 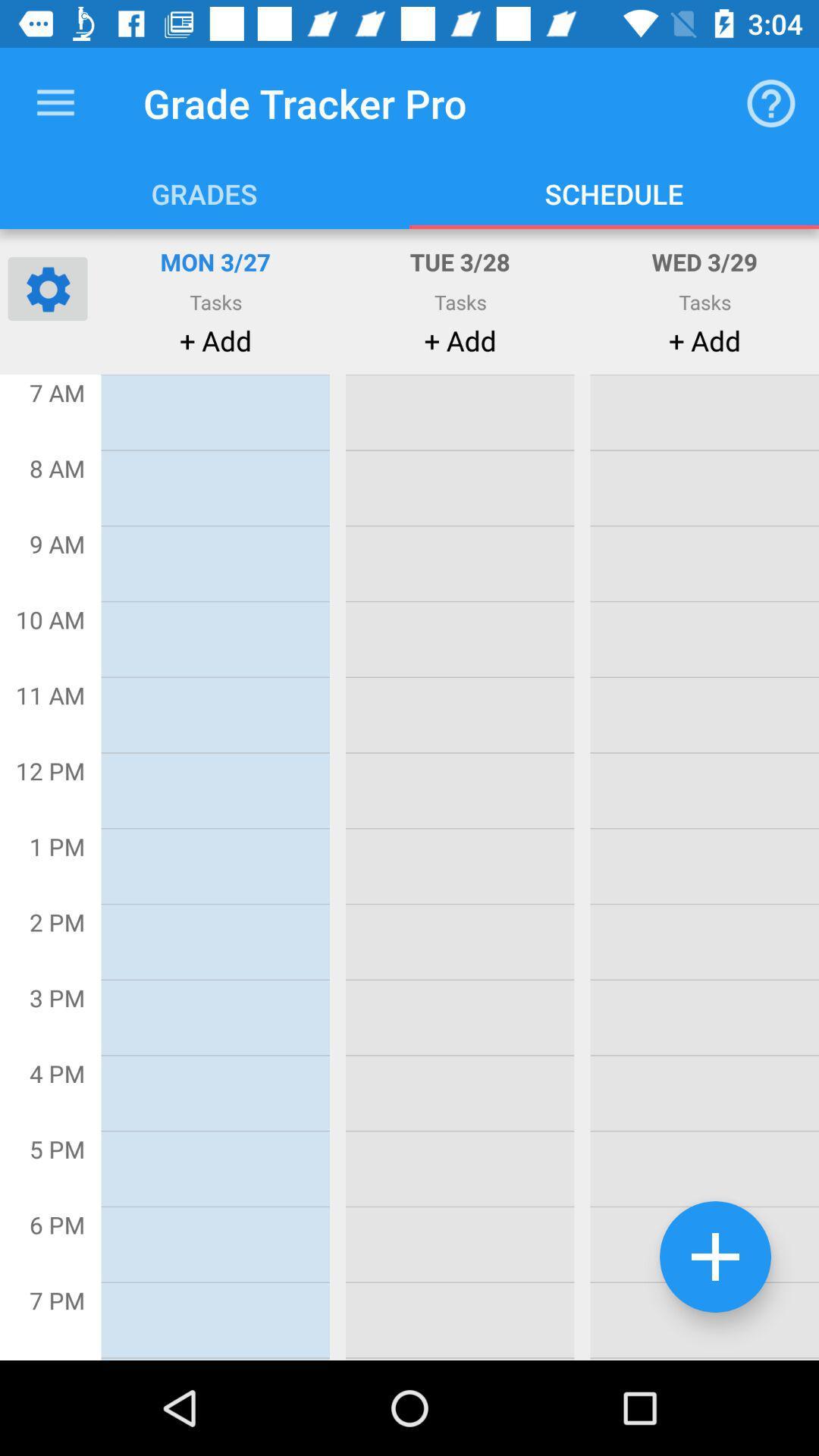 I want to click on the settings icon, so click(x=46, y=288).